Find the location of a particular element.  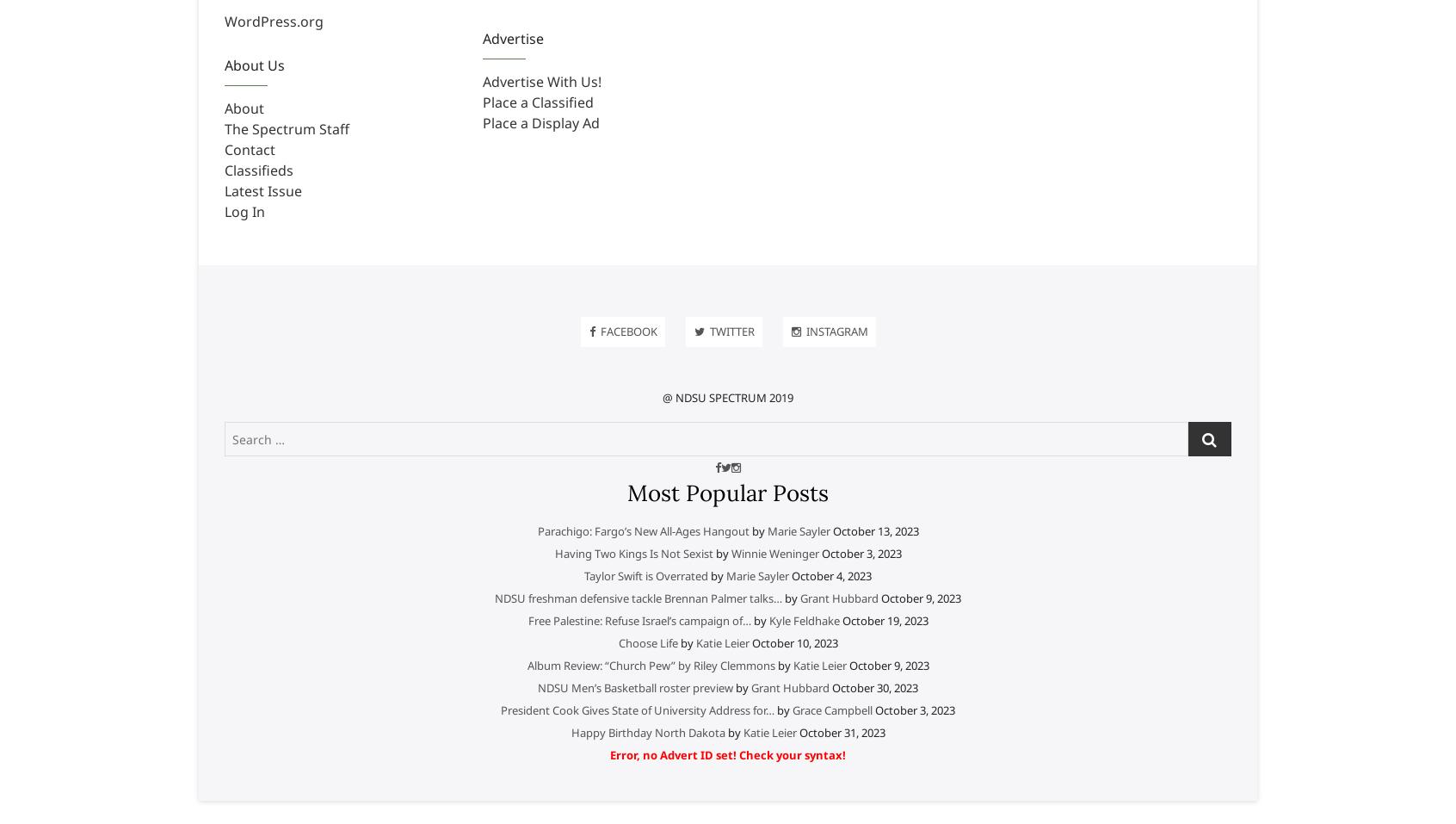

'October 4, 2023' is located at coordinates (831, 575).